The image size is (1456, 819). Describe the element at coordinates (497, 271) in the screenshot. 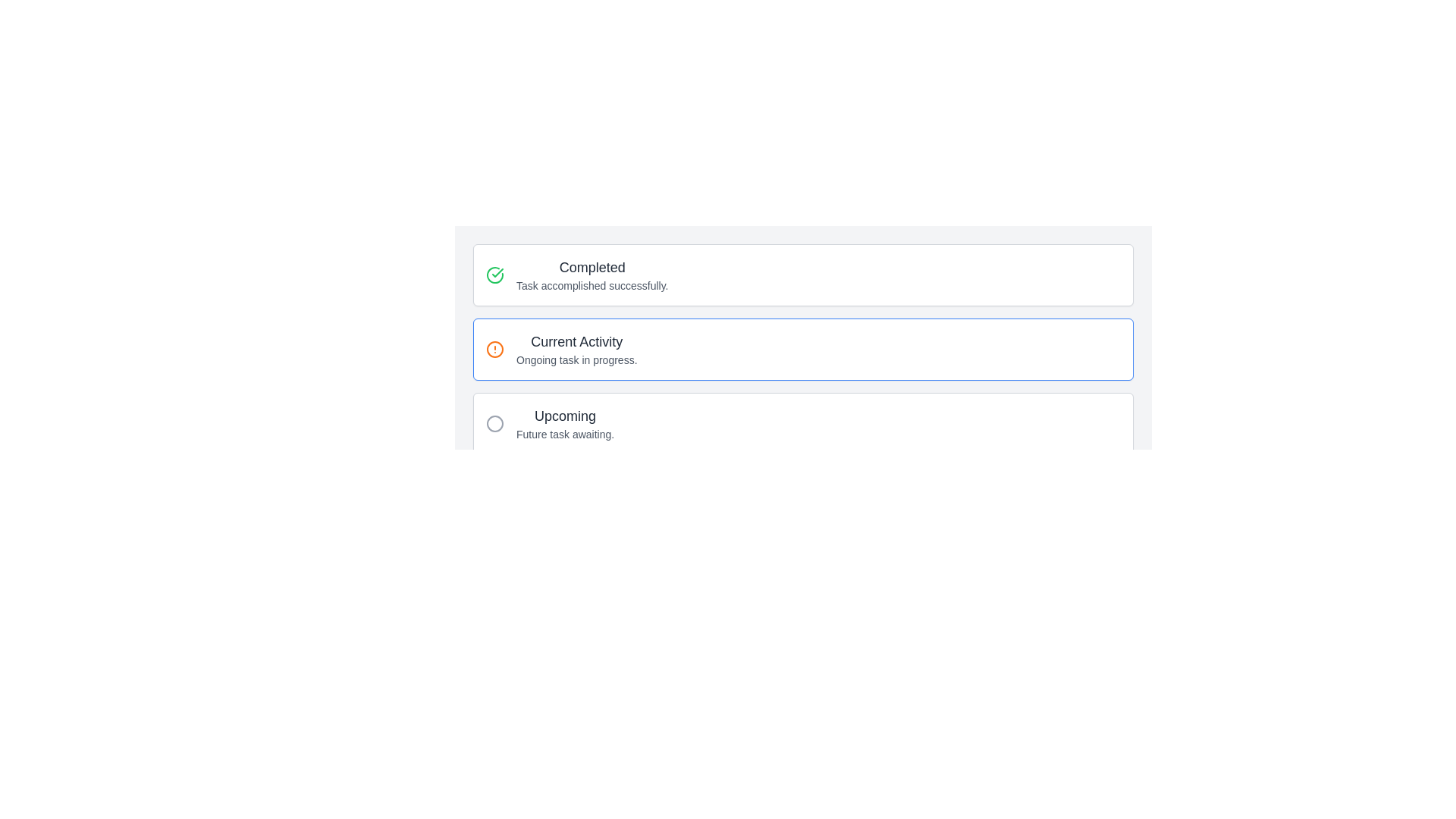

I see `the checkmark icon with a green outline indicating successful completion, located at the top-left corner of the 'Completed' section in the list of activities` at that location.